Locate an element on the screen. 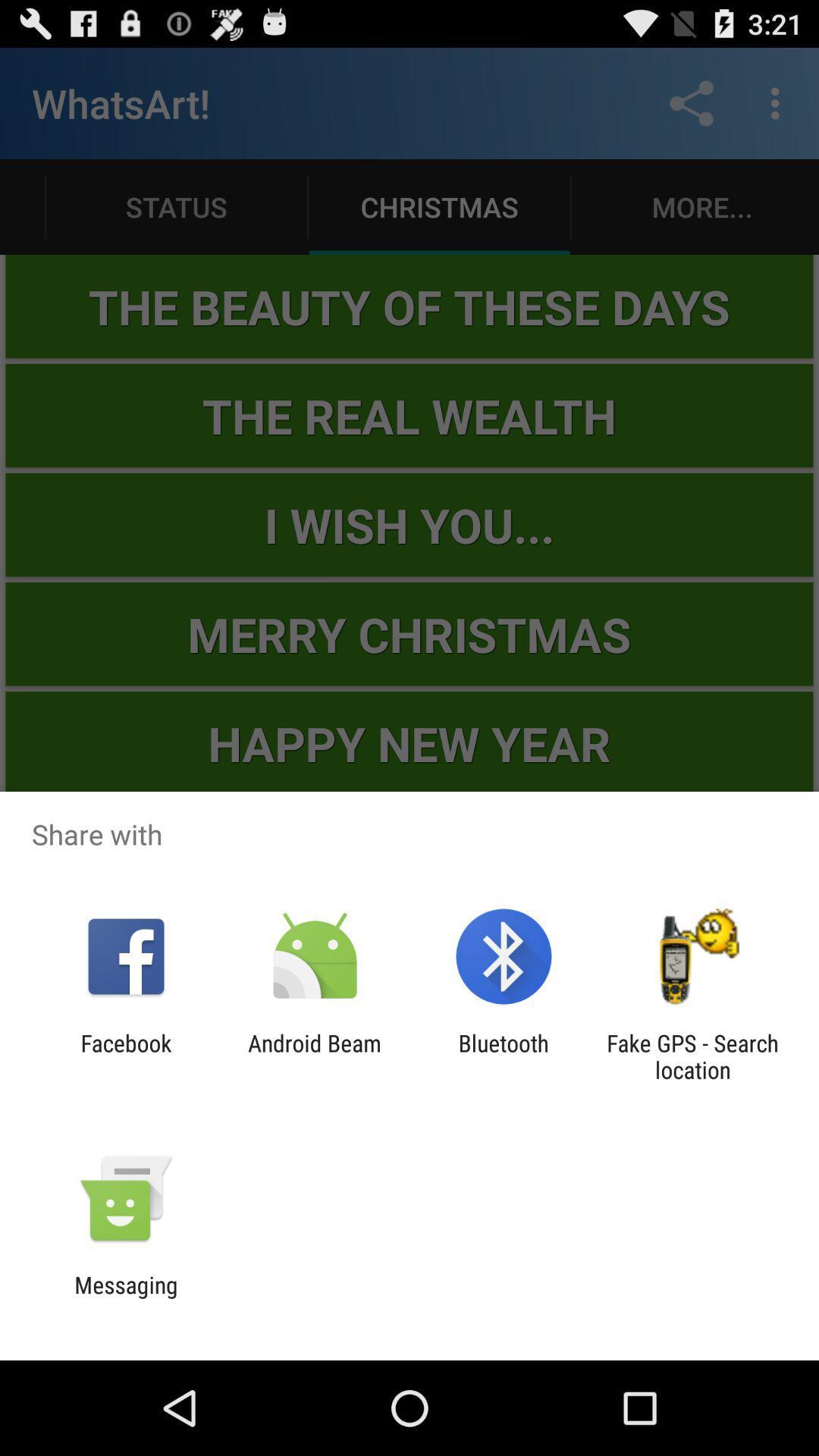 This screenshot has height=1456, width=819. item next to android beam is located at coordinates (504, 1056).